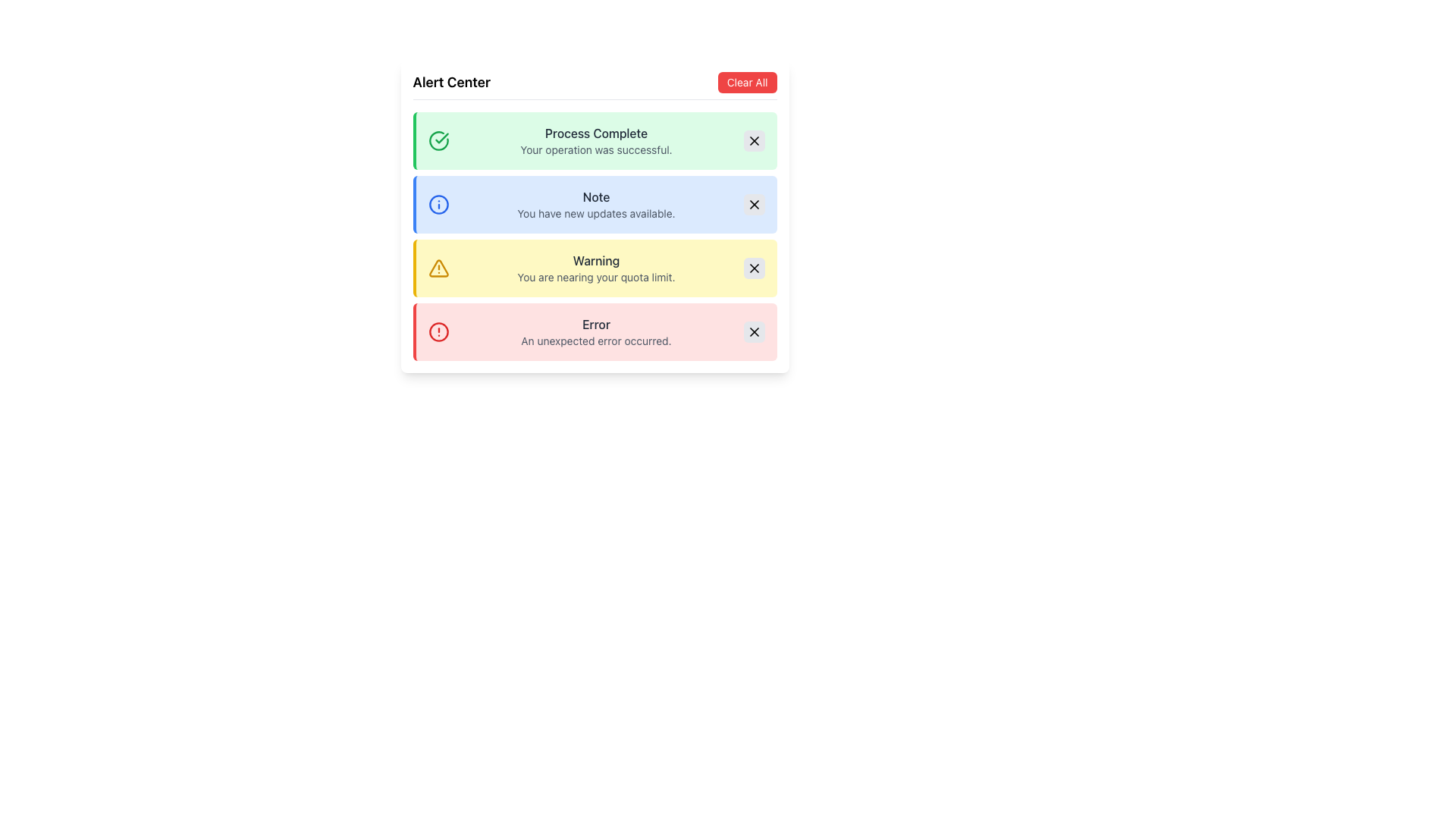  What do you see at coordinates (595, 278) in the screenshot?
I see `the text label displaying 'You are nearing your quota limit.' which is located in the notification center under the 'Warning' title` at bounding box center [595, 278].